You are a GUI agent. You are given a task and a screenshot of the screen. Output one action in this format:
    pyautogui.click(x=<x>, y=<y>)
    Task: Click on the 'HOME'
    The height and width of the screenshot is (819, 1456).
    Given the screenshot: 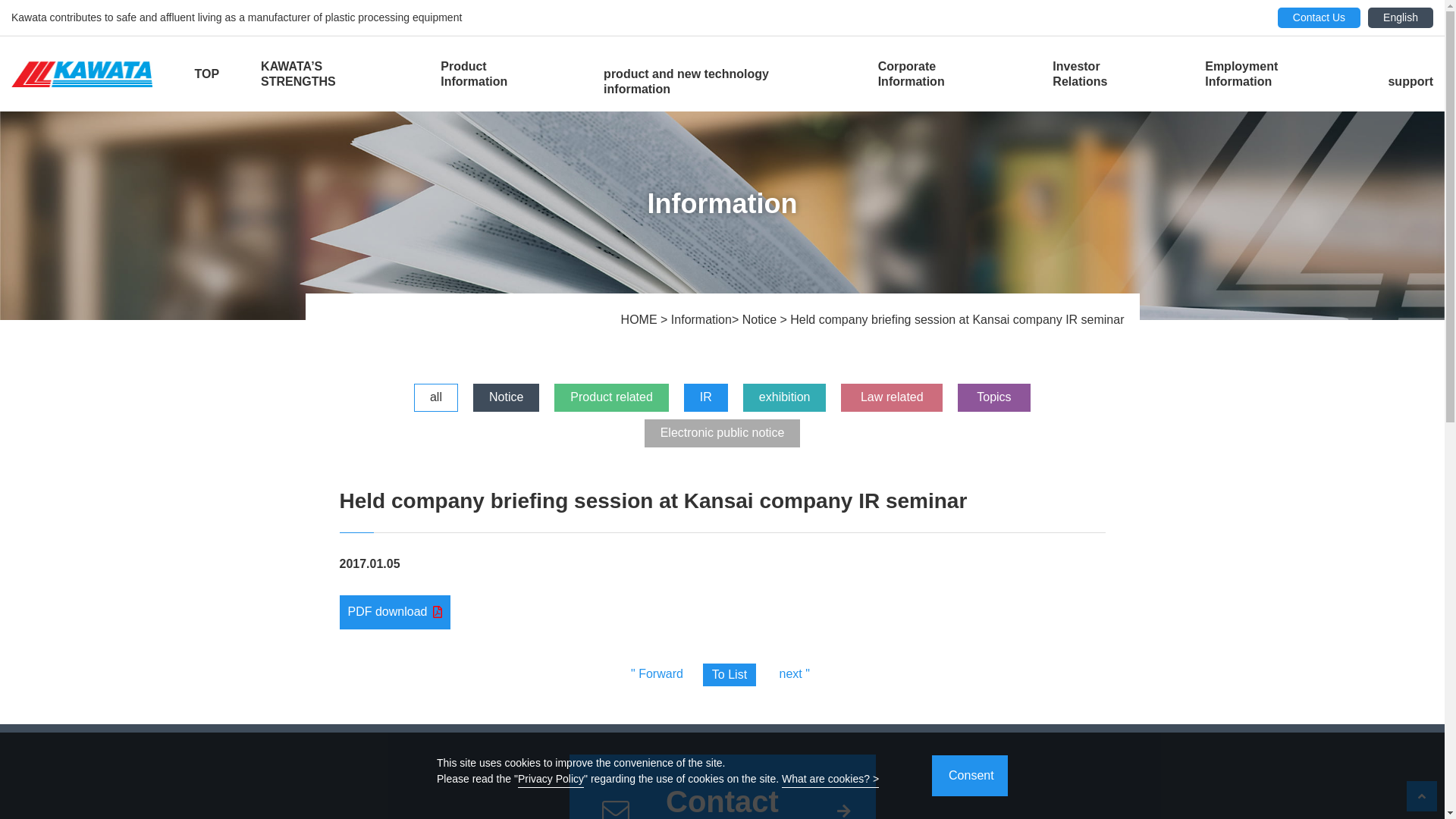 What is the action you would take?
    pyautogui.click(x=640, y=318)
    